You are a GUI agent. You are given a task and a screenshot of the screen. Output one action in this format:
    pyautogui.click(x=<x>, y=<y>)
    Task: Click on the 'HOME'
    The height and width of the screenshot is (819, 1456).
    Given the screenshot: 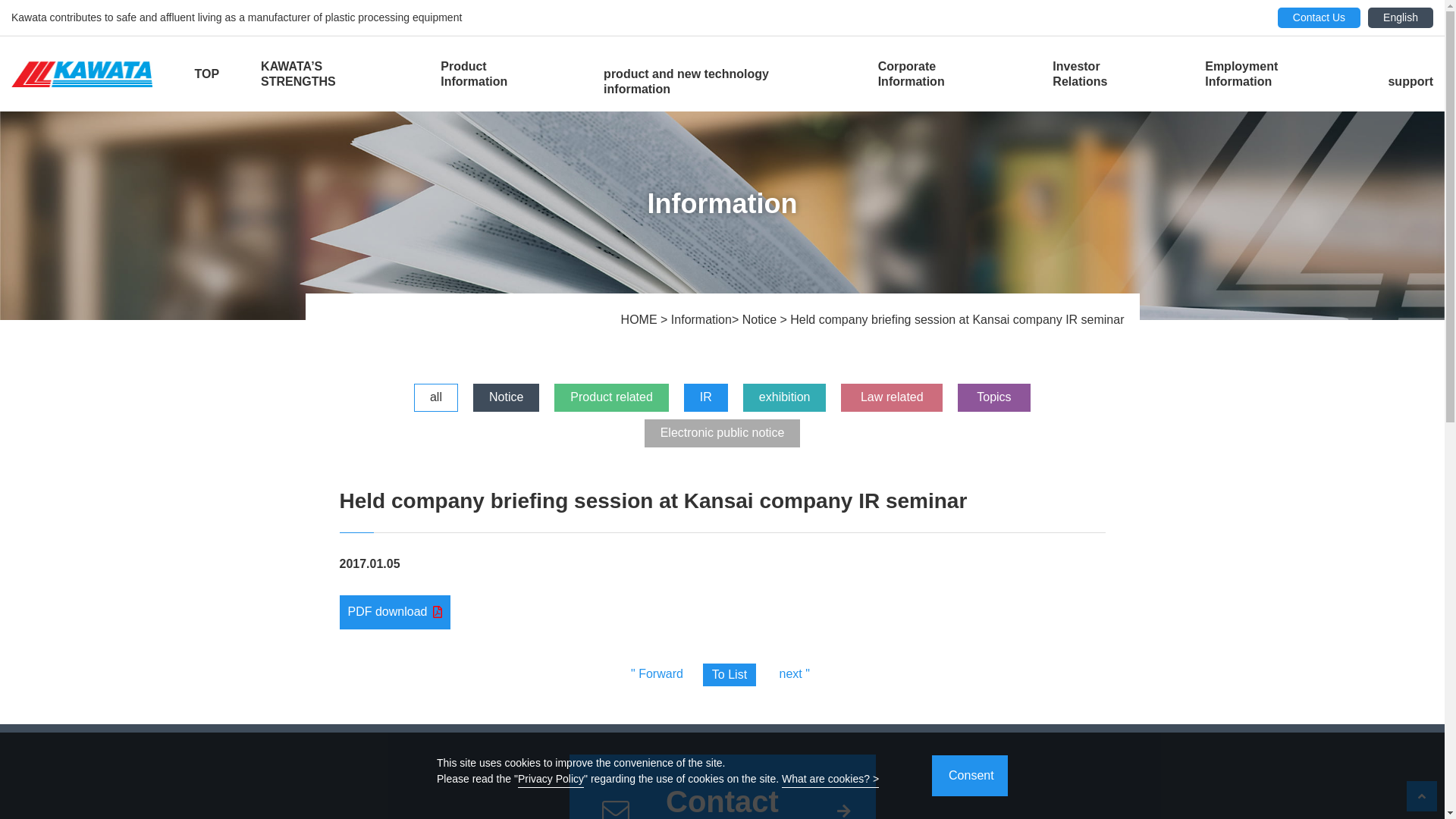 What is the action you would take?
    pyautogui.click(x=640, y=318)
    